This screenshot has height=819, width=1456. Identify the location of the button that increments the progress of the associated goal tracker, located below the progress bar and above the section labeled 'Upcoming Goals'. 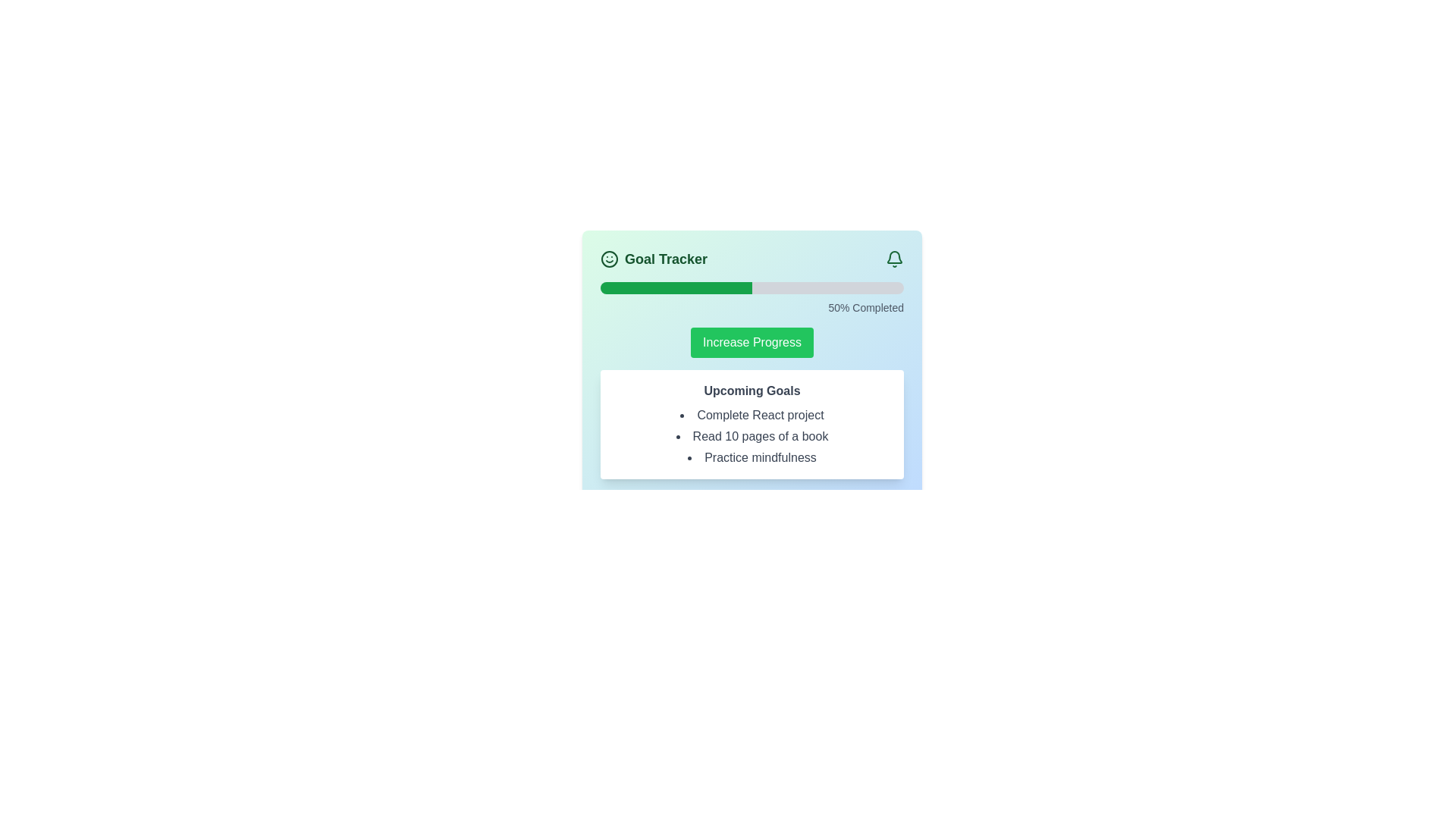
(752, 342).